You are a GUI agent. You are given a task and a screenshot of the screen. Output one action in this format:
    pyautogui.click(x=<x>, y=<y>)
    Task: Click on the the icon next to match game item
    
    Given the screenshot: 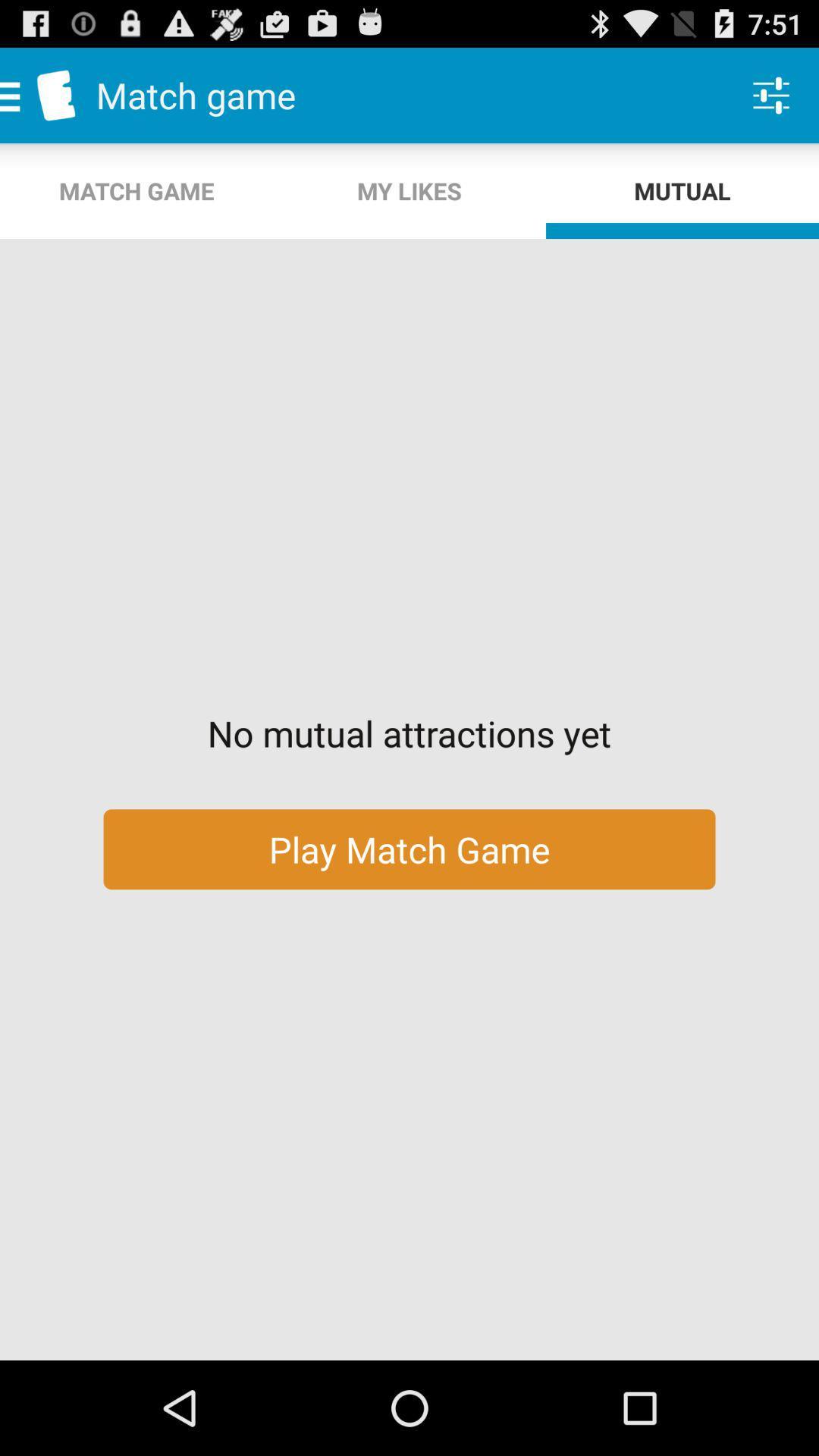 What is the action you would take?
    pyautogui.click(x=409, y=190)
    